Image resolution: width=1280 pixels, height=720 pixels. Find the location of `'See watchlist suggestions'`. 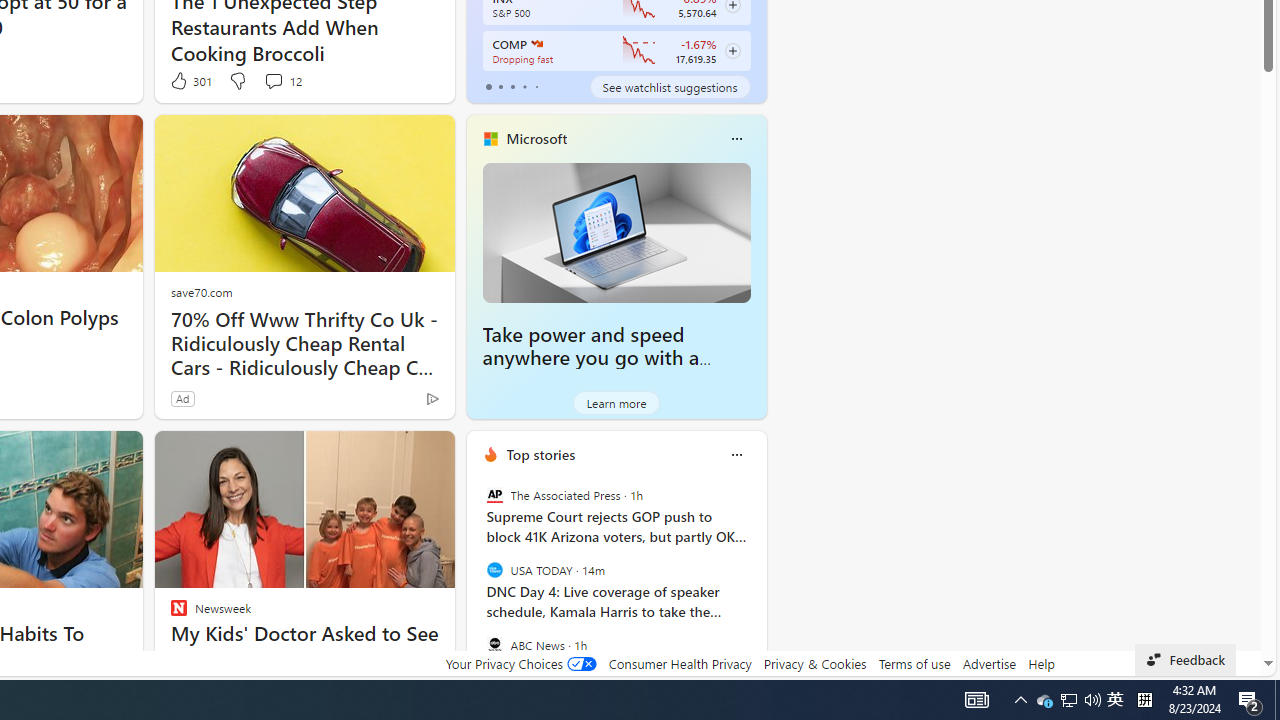

'See watchlist suggestions' is located at coordinates (670, 86).